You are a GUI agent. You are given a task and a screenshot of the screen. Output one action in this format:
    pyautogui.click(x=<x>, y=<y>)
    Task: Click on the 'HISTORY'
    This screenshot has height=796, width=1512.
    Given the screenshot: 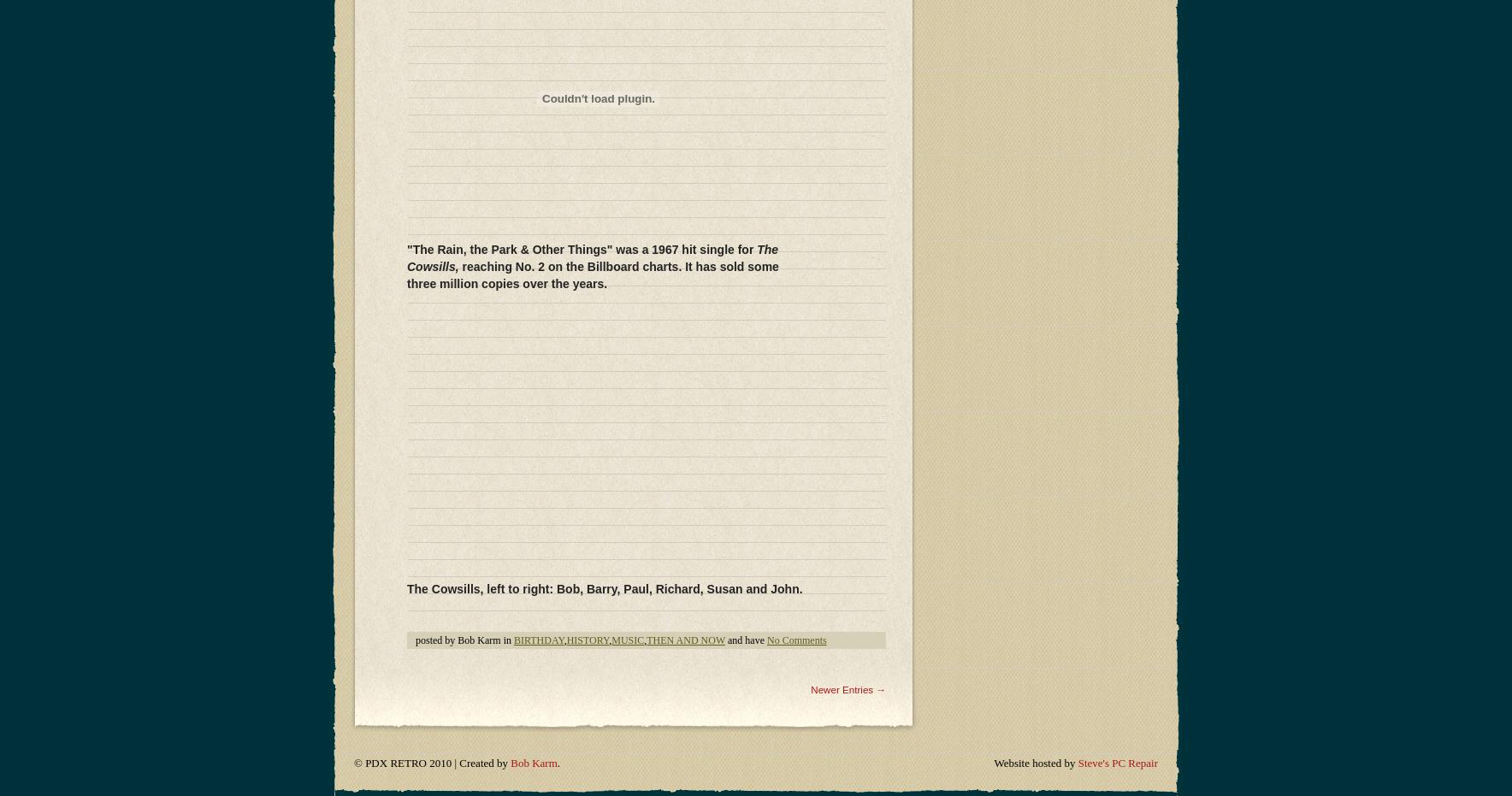 What is the action you would take?
    pyautogui.click(x=588, y=218)
    